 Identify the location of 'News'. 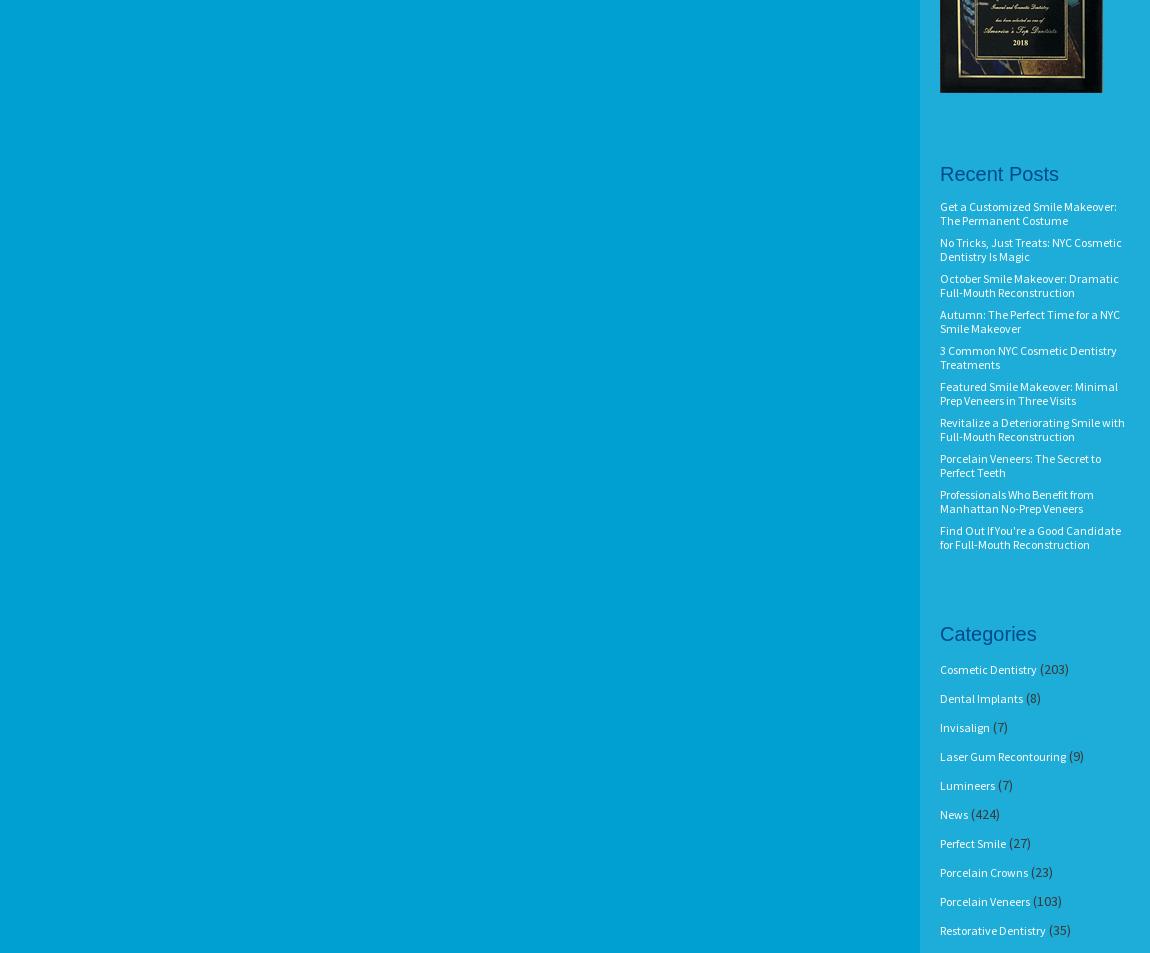
(954, 814).